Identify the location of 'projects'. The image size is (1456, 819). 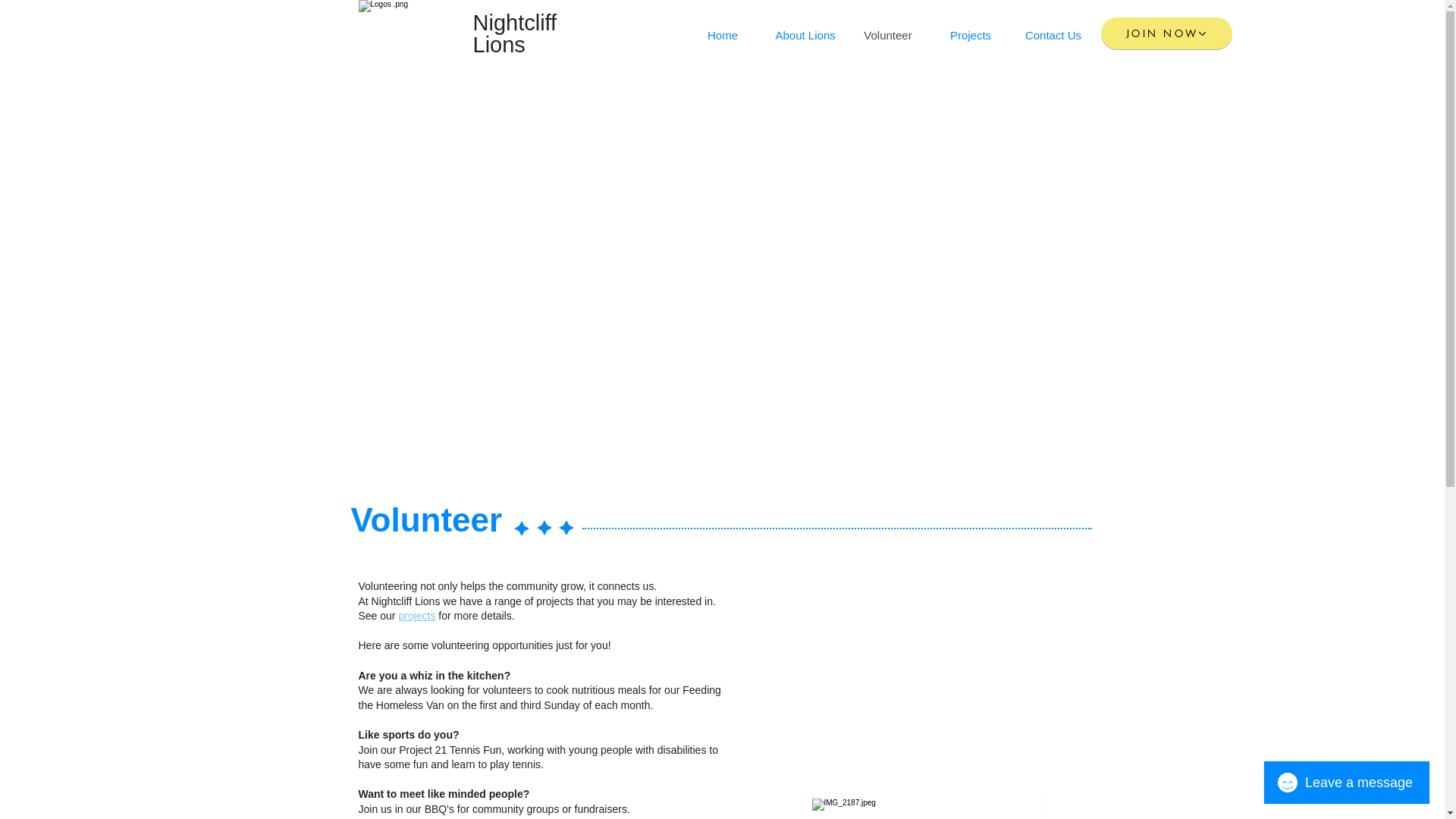
(416, 616).